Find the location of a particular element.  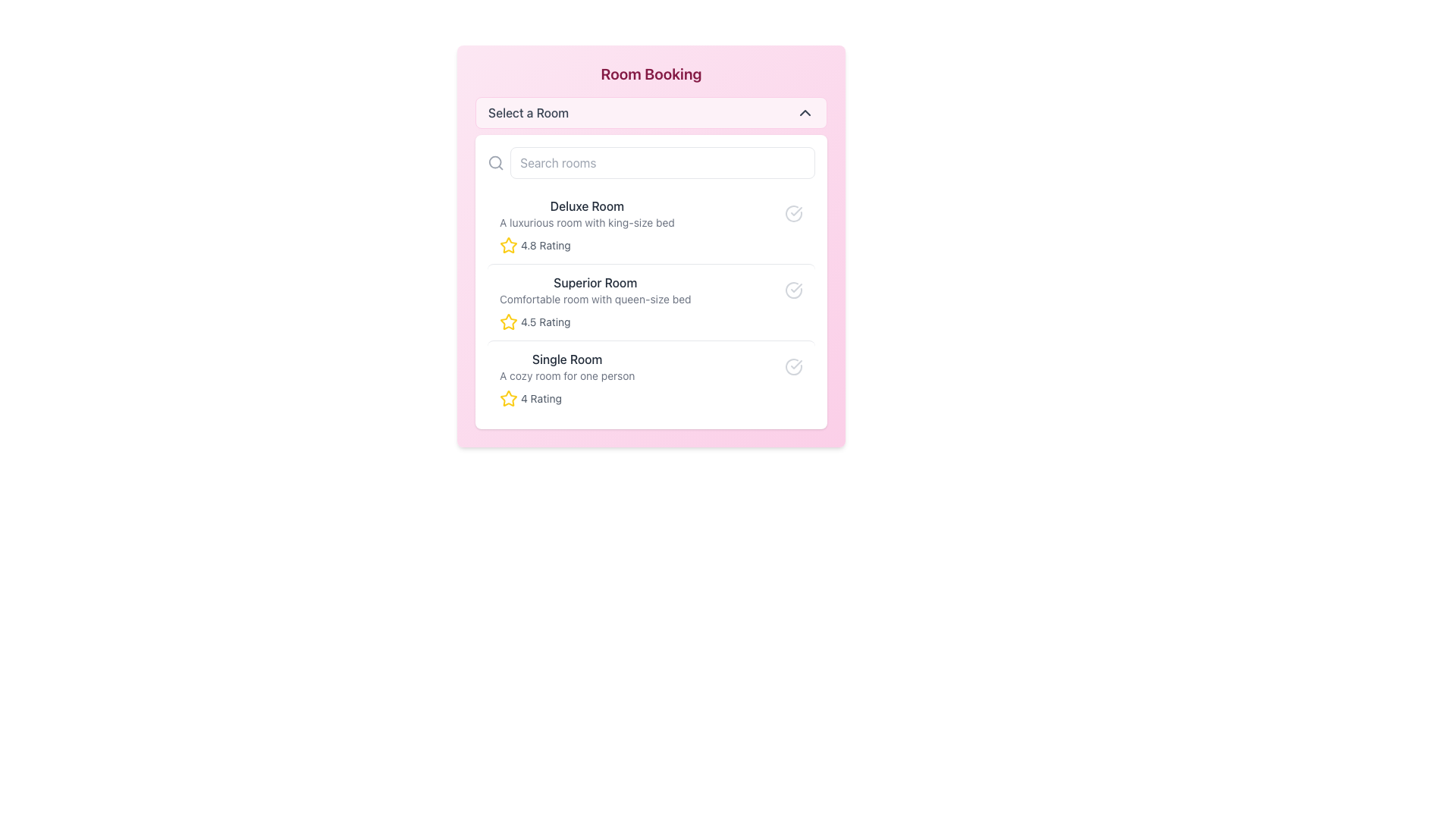

text group containing the heading and description of the room type, located in the middle section of the 'Room Booking' interface, specifically the second item in the list under 'Select a Room' is located at coordinates (595, 290).